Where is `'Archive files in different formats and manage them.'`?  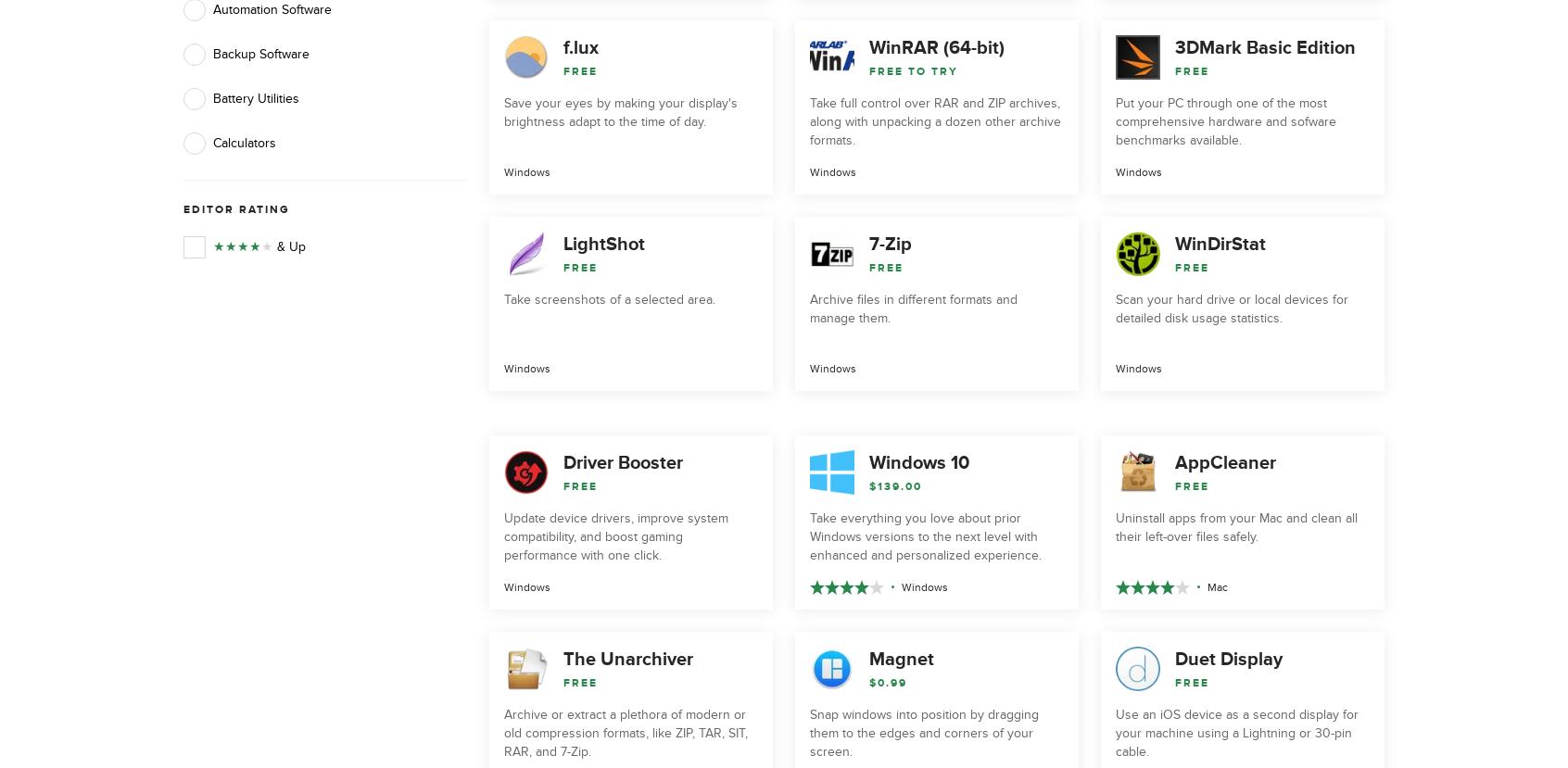
'Archive files in different formats and manage them.' is located at coordinates (913, 308).